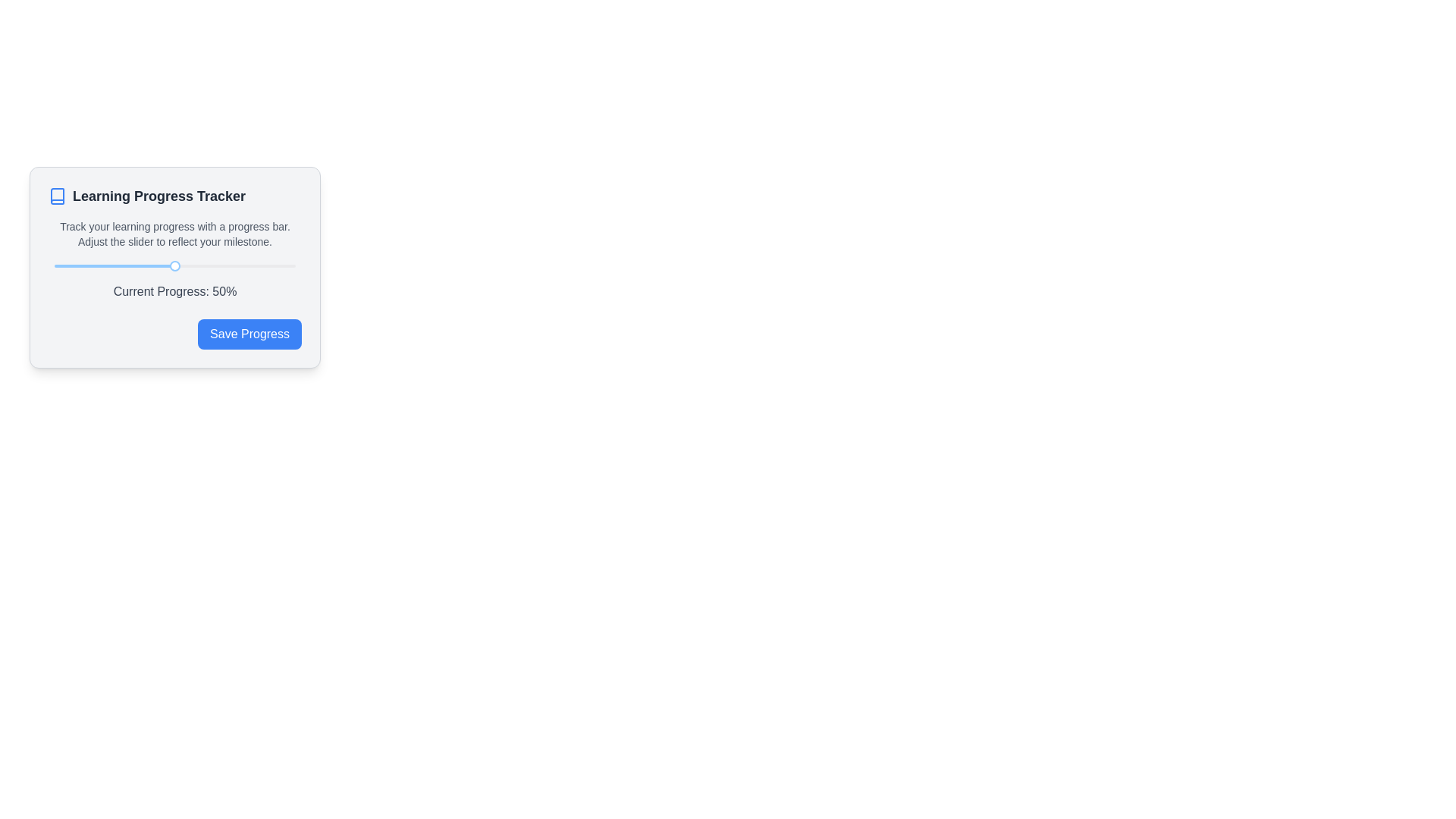  I want to click on the slider value, so click(262, 265).